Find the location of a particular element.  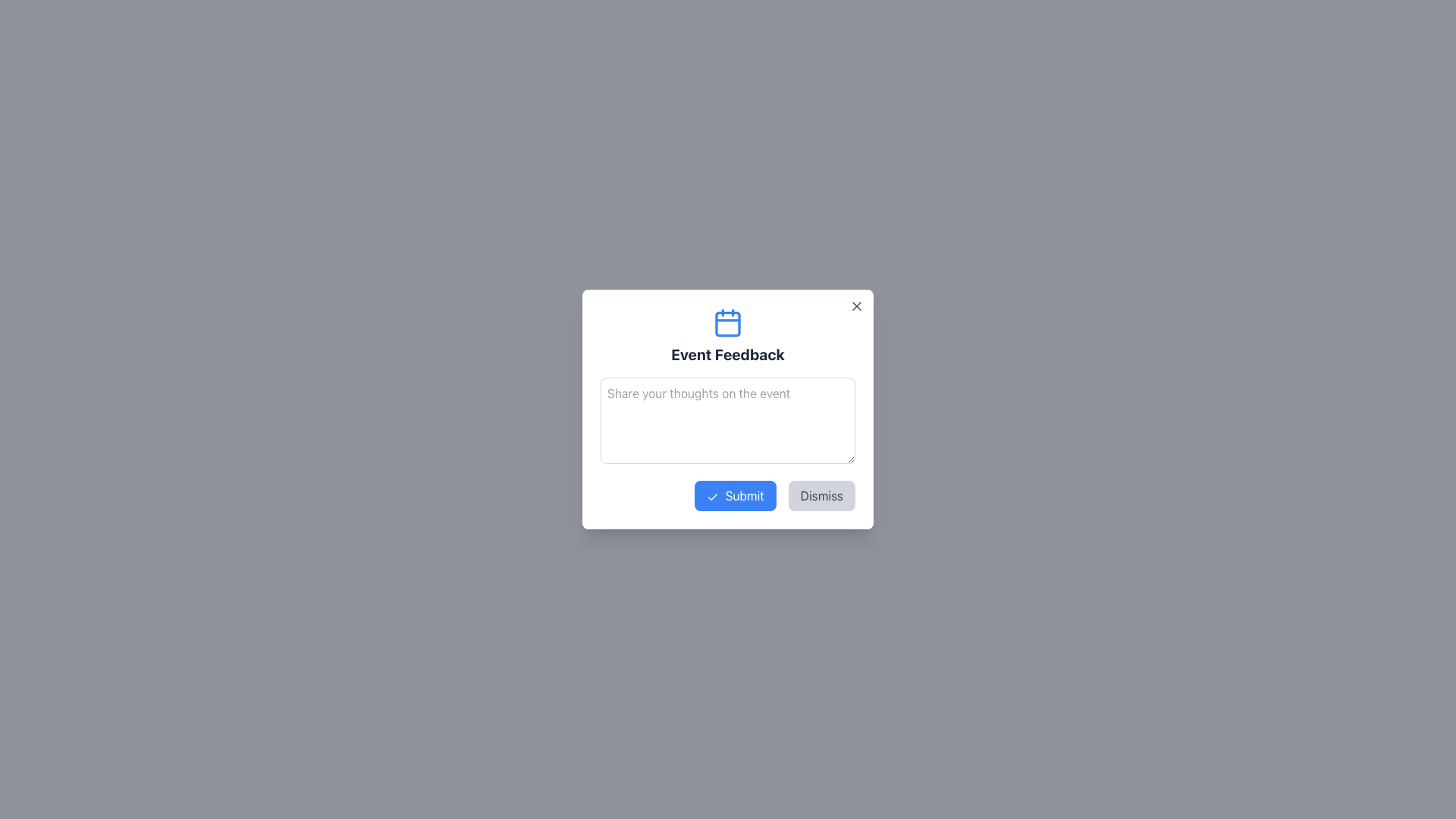

the bold header text labeled 'Event Feedback' that is centrally aligned within a white modal on a gray background is located at coordinates (728, 354).